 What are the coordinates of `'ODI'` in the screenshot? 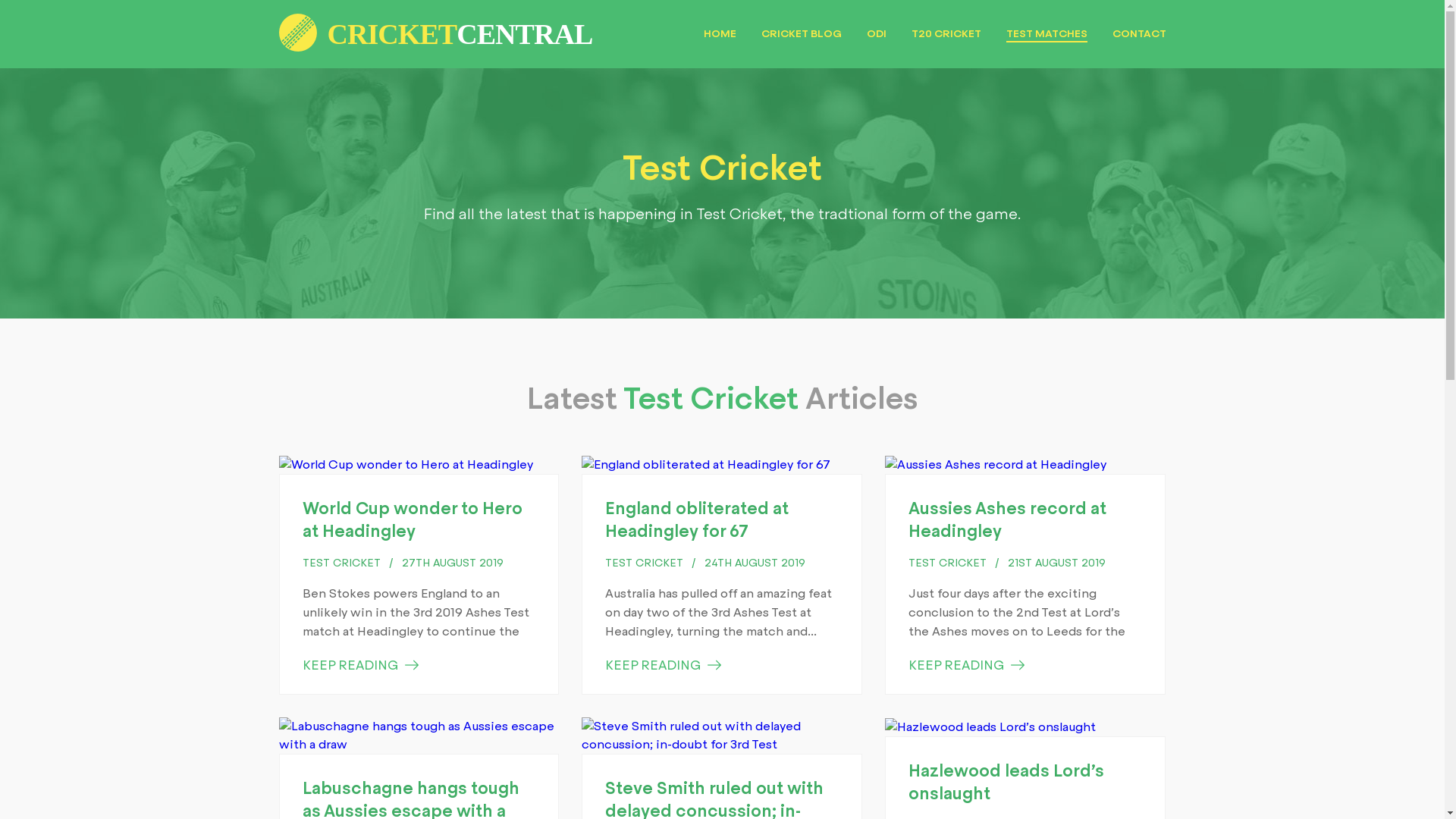 It's located at (876, 33).